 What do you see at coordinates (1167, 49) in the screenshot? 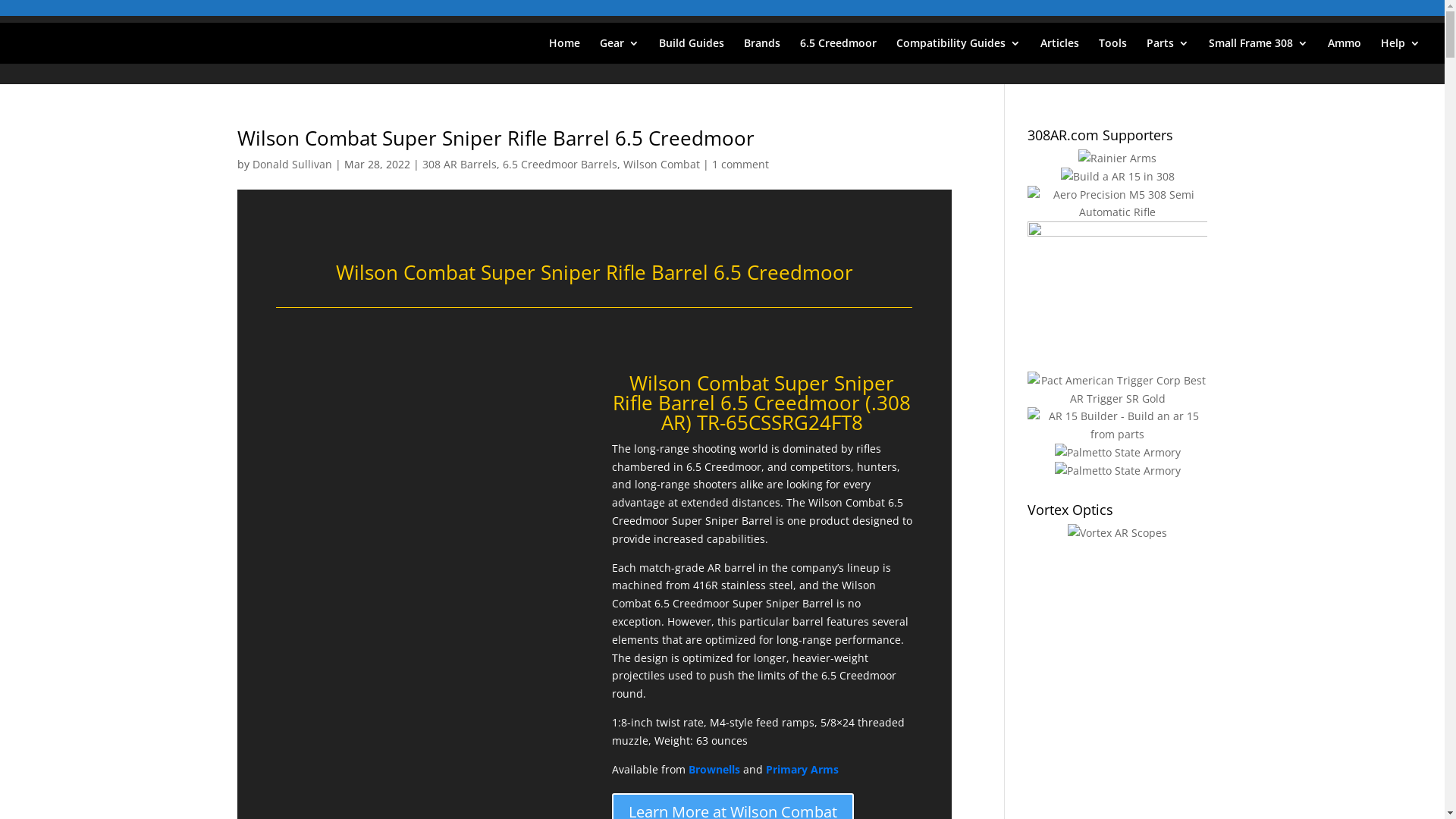
I see `'Parts'` at bounding box center [1167, 49].